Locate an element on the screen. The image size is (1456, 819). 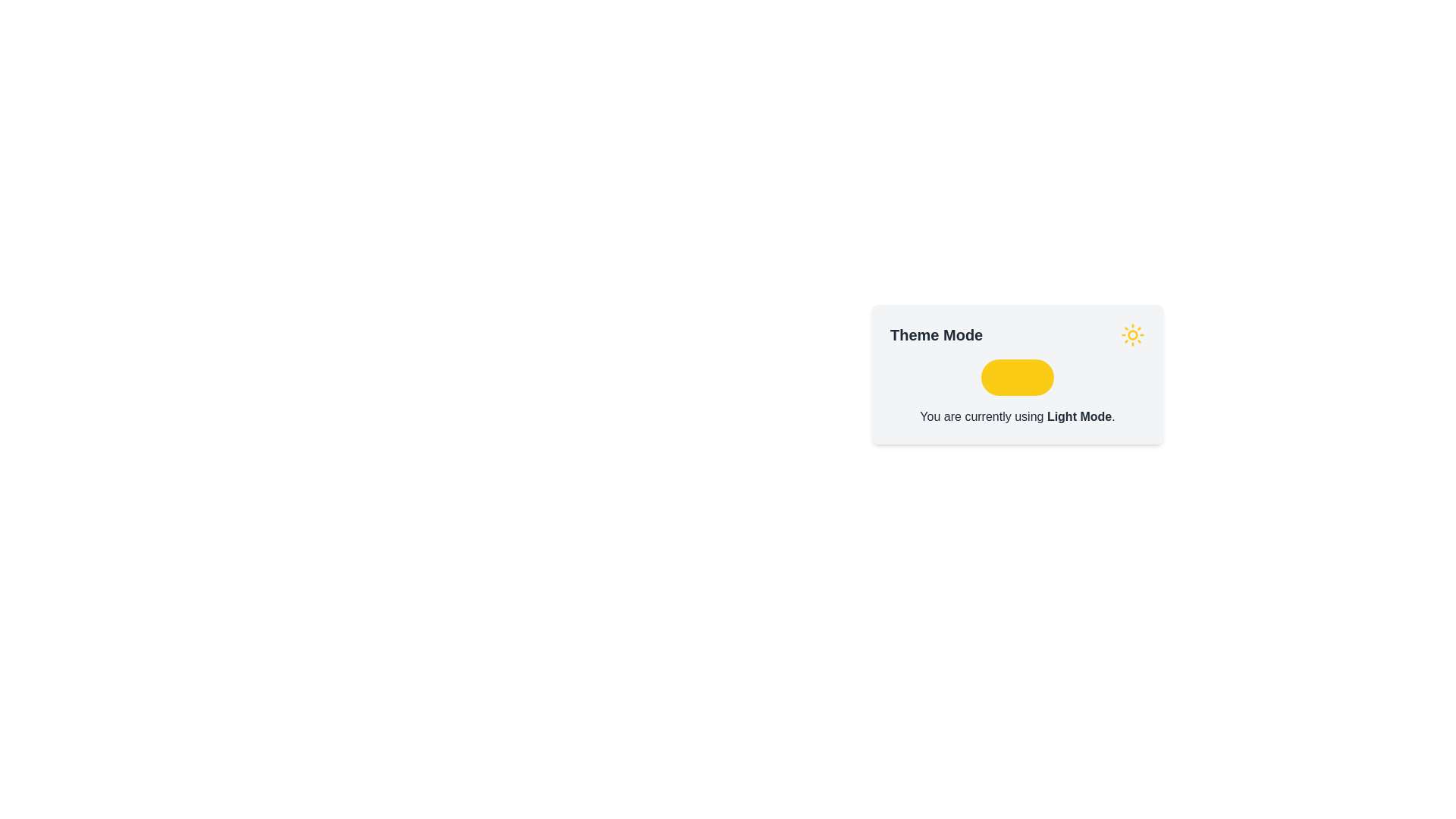
the yellow toggle button within the 'Theme Mode' section is located at coordinates (1018, 374).